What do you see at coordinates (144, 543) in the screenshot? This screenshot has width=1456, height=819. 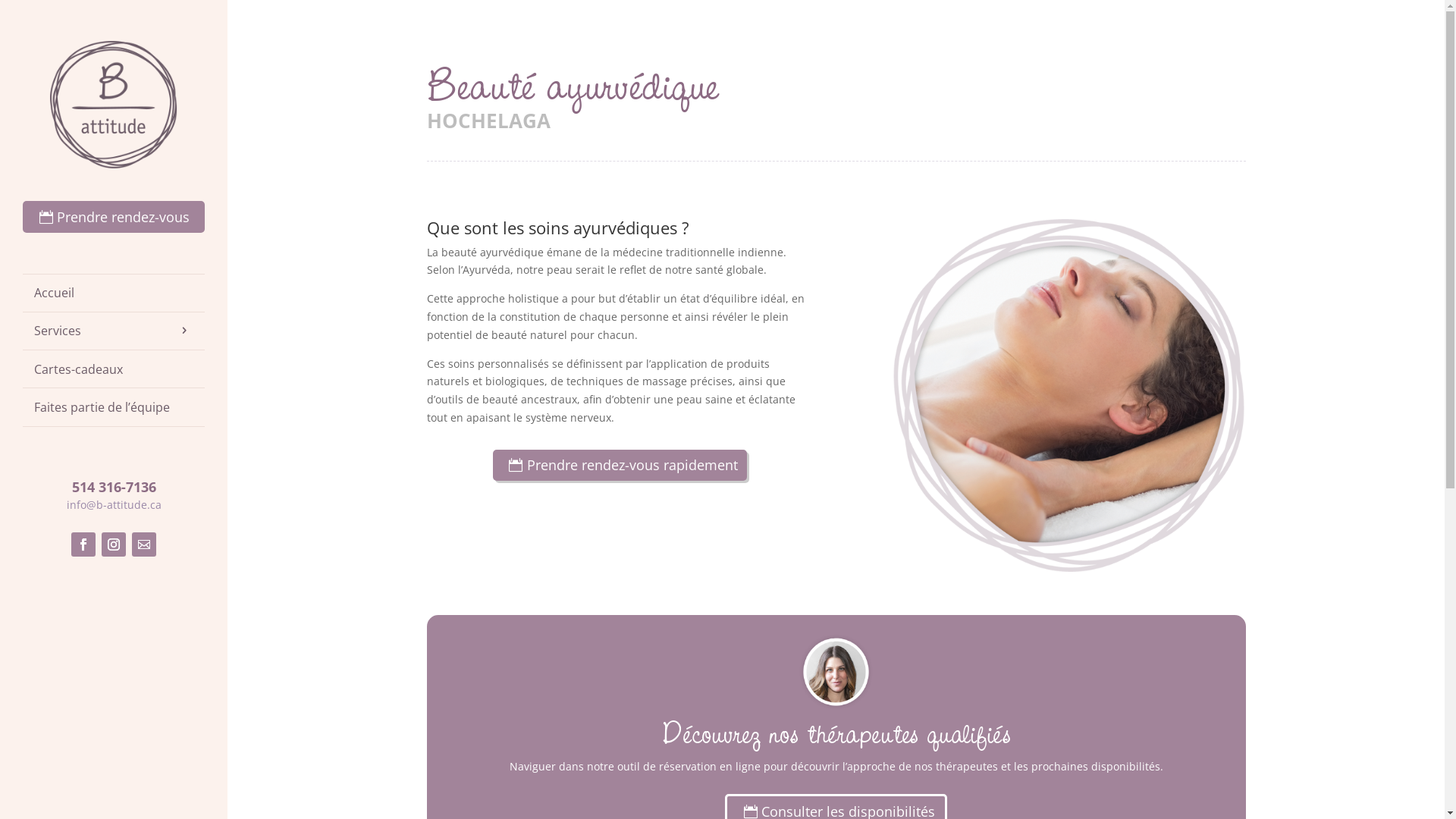 I see `'Suivez sur RSS'` at bounding box center [144, 543].